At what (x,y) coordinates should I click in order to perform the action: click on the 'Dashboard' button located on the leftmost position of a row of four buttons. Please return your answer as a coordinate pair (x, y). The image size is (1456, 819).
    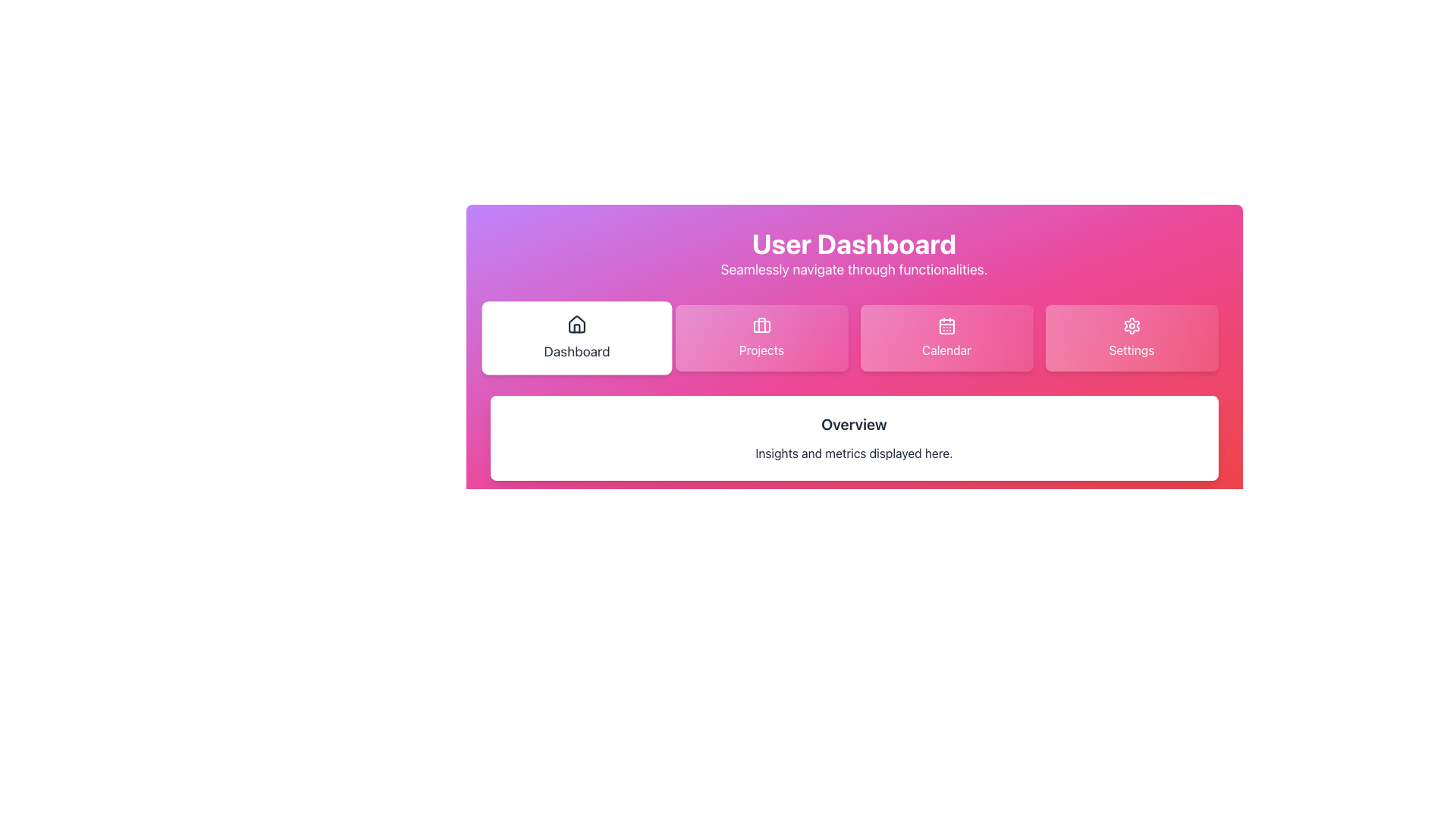
    Looking at the image, I should click on (576, 337).